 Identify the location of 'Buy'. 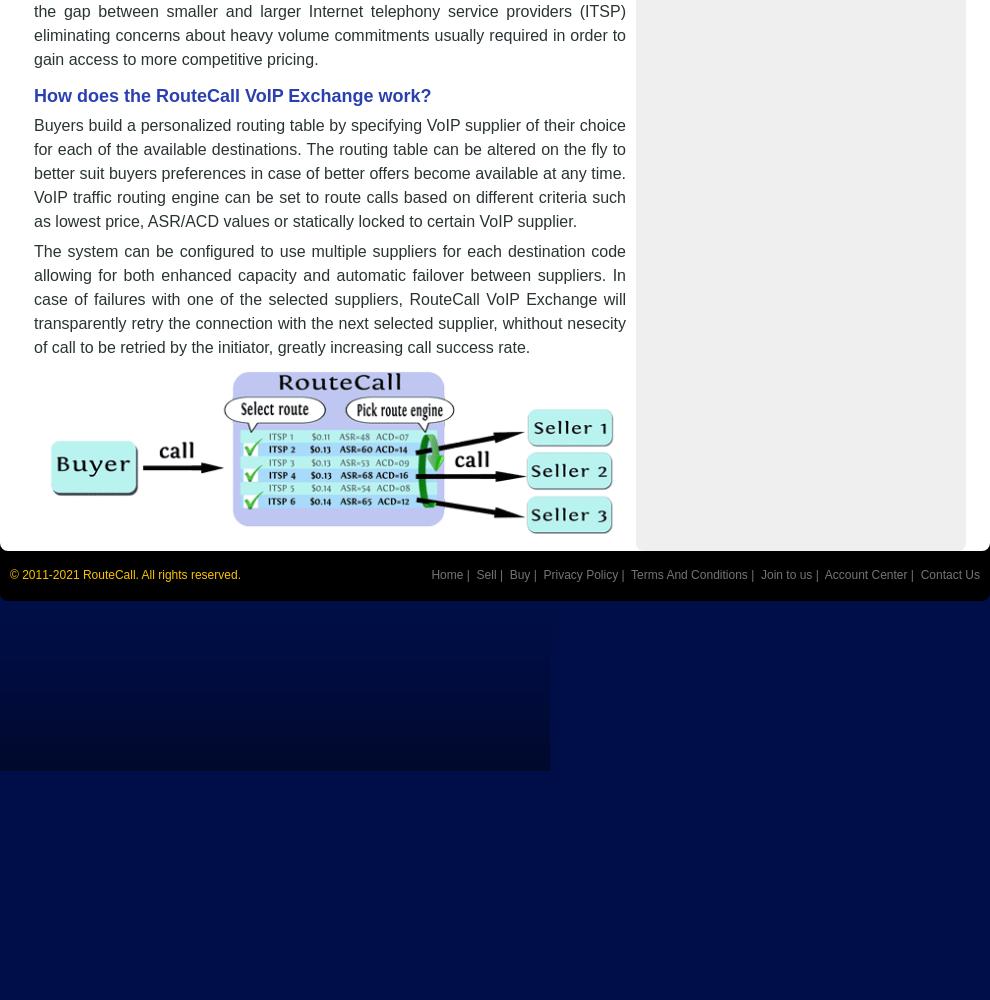
(507, 574).